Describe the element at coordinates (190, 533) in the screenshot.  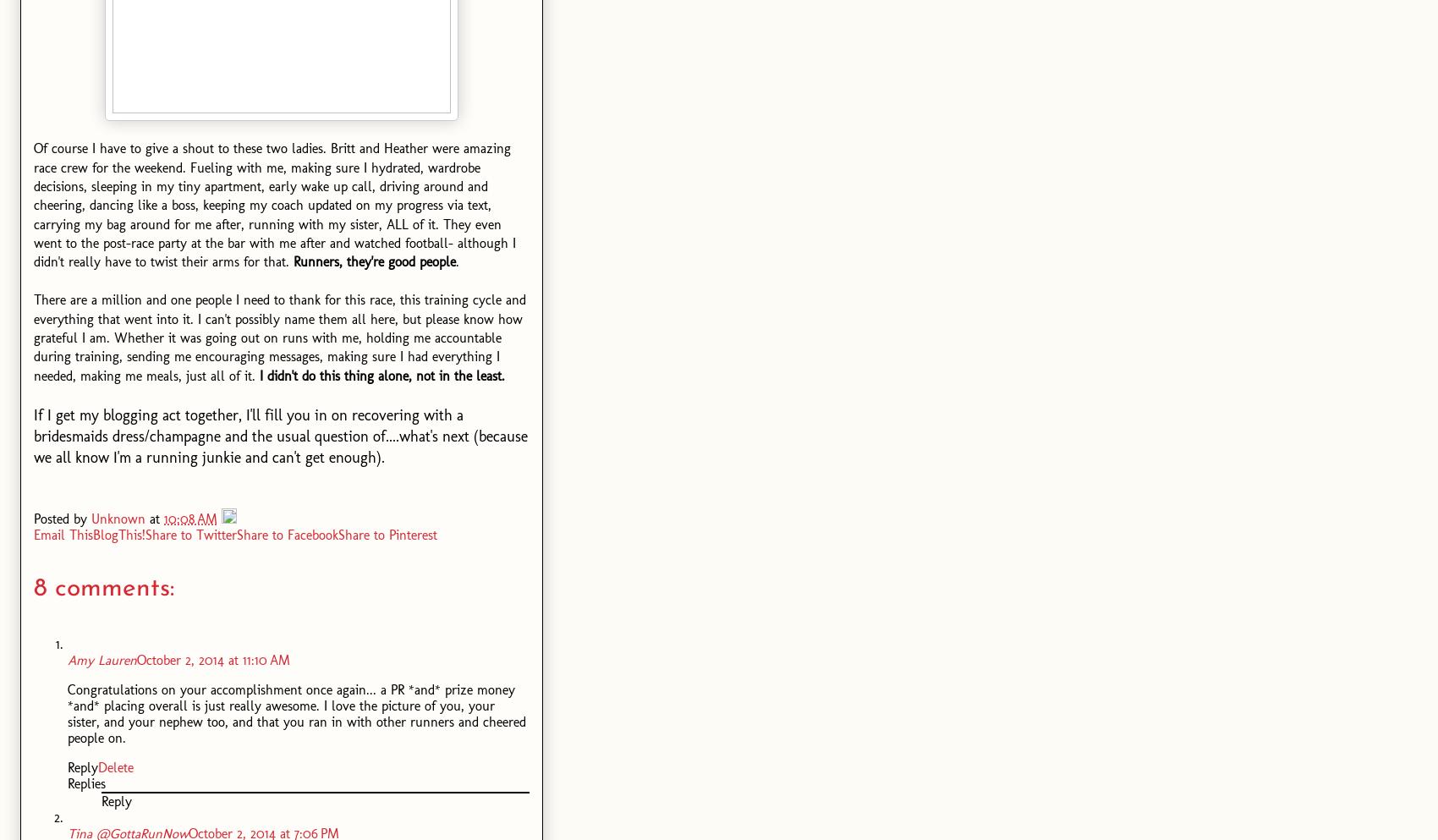
I see `'Share to Twitter'` at that location.